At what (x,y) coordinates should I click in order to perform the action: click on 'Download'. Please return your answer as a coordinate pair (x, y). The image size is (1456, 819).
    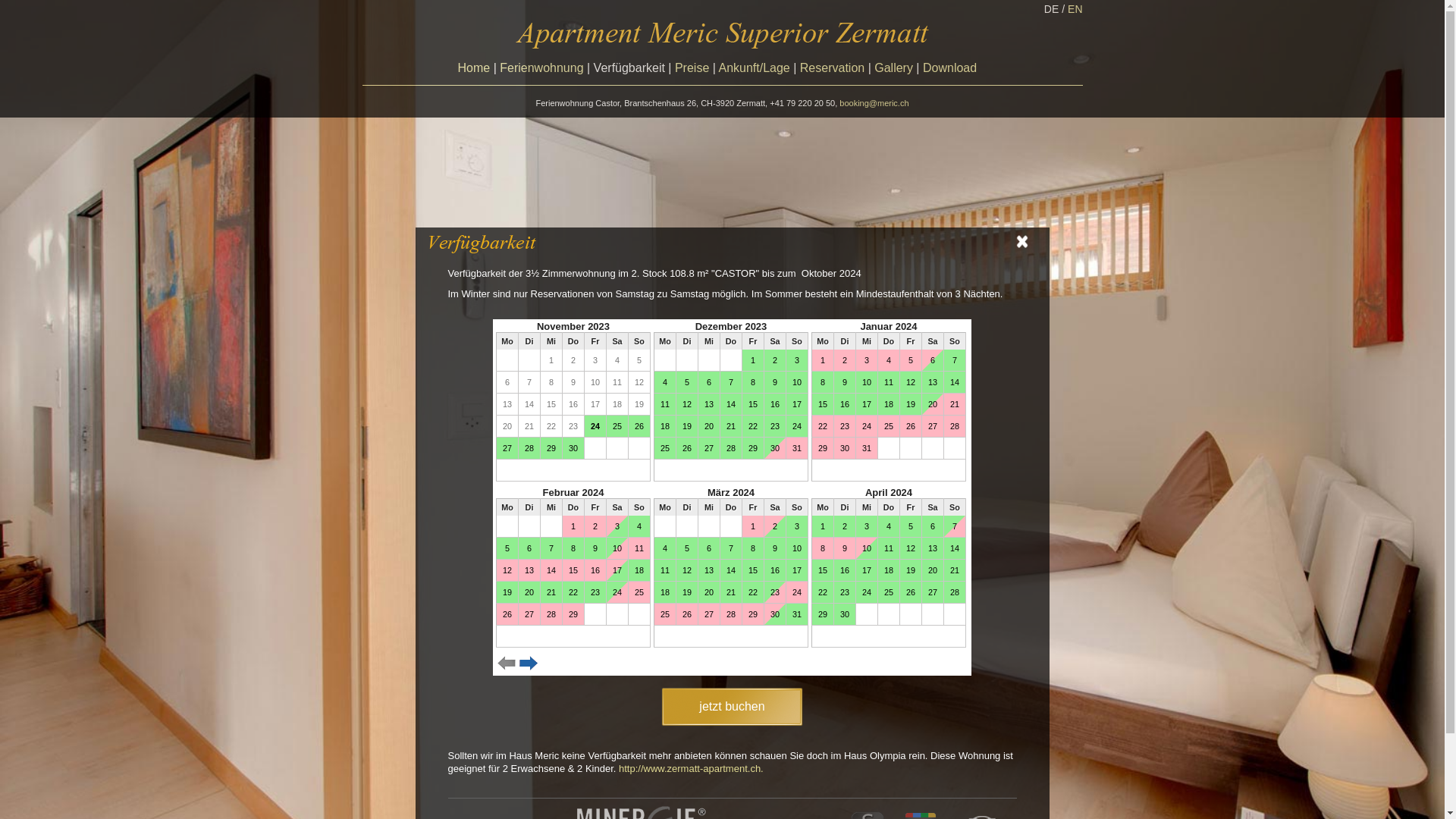
    Looking at the image, I should click on (922, 67).